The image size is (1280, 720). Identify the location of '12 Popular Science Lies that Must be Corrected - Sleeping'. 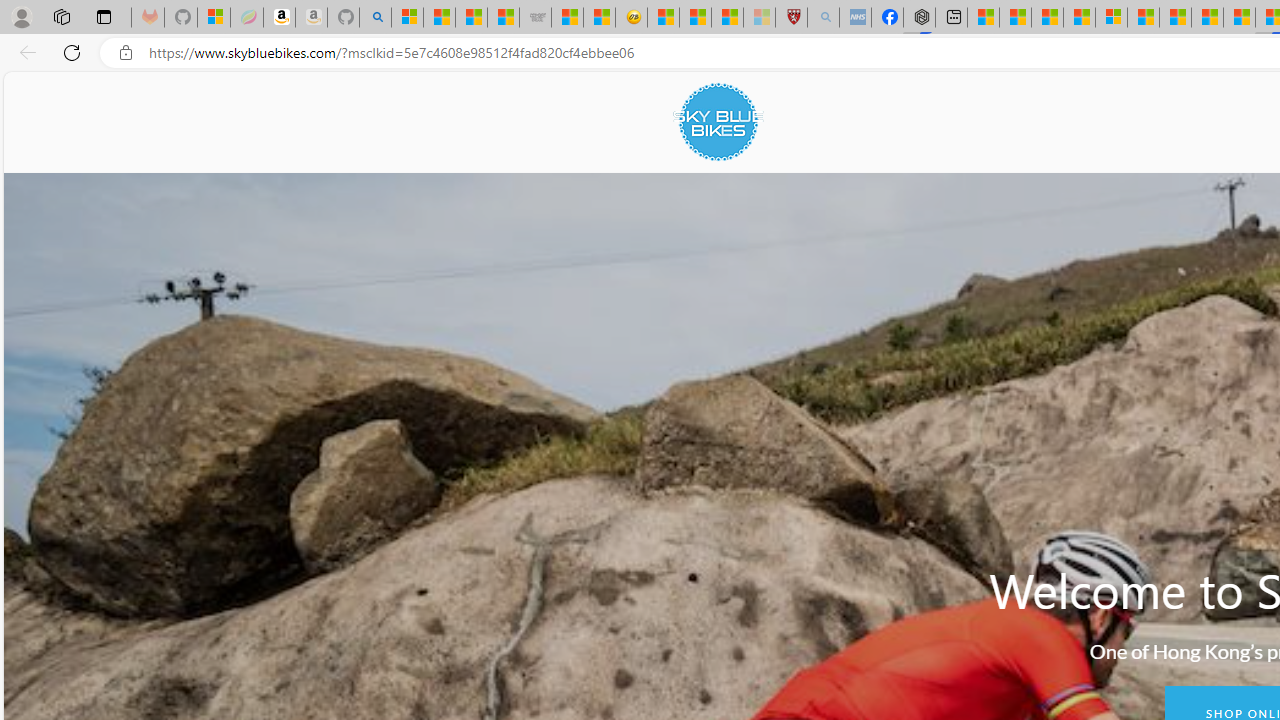
(758, 17).